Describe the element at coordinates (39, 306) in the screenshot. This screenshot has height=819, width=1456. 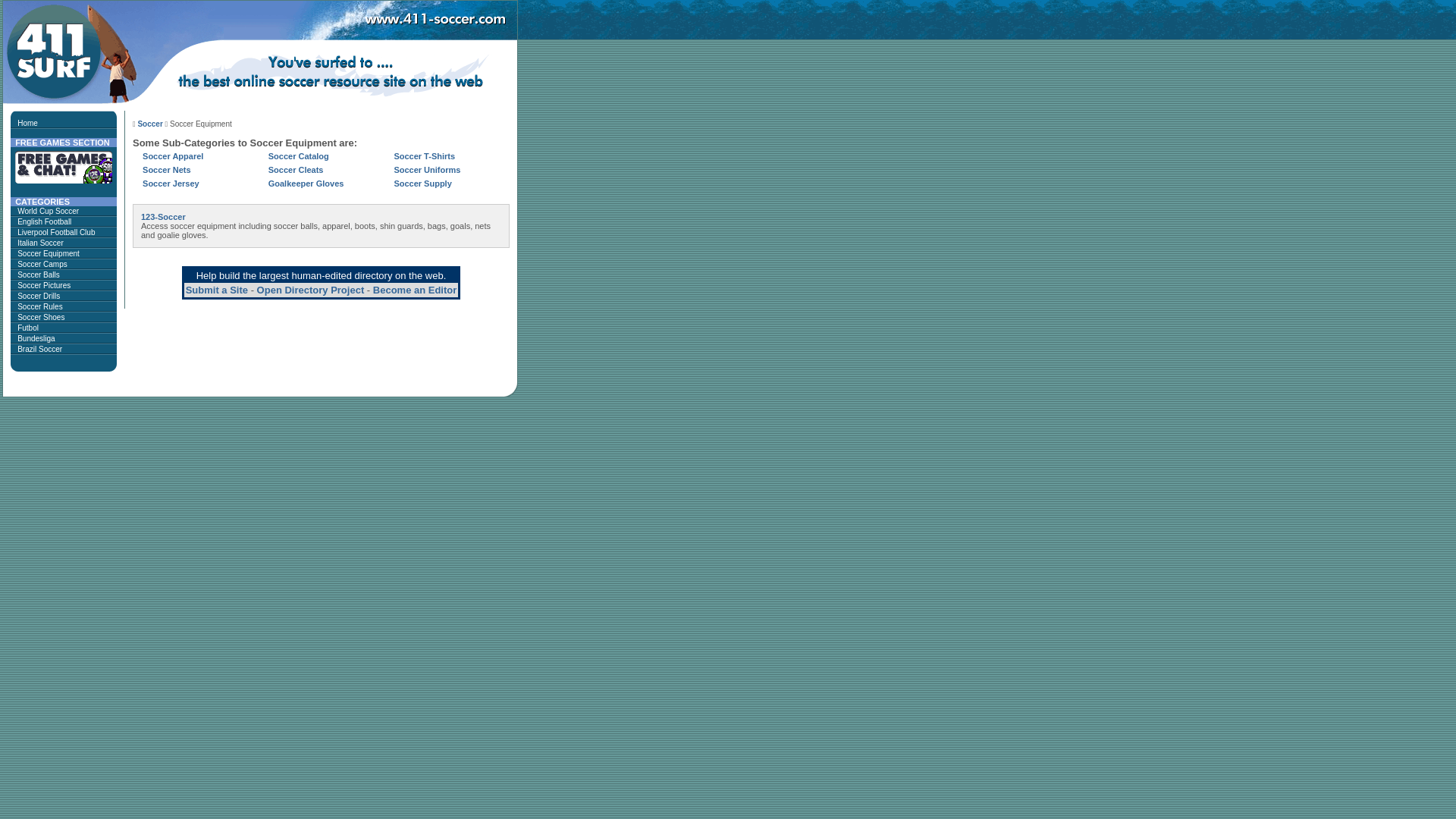
I see `'Soccer Rules'` at that location.